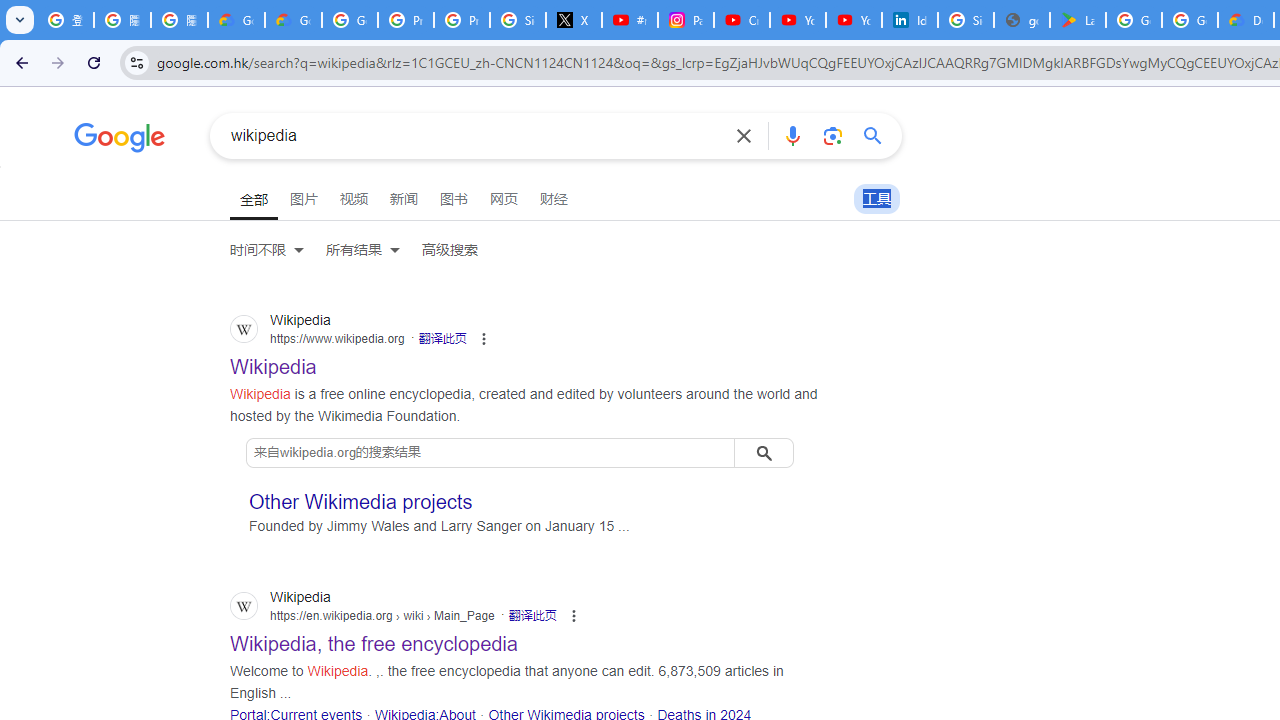  What do you see at coordinates (236, 20) in the screenshot?
I see `'Google Cloud Privacy Notice'` at bounding box center [236, 20].